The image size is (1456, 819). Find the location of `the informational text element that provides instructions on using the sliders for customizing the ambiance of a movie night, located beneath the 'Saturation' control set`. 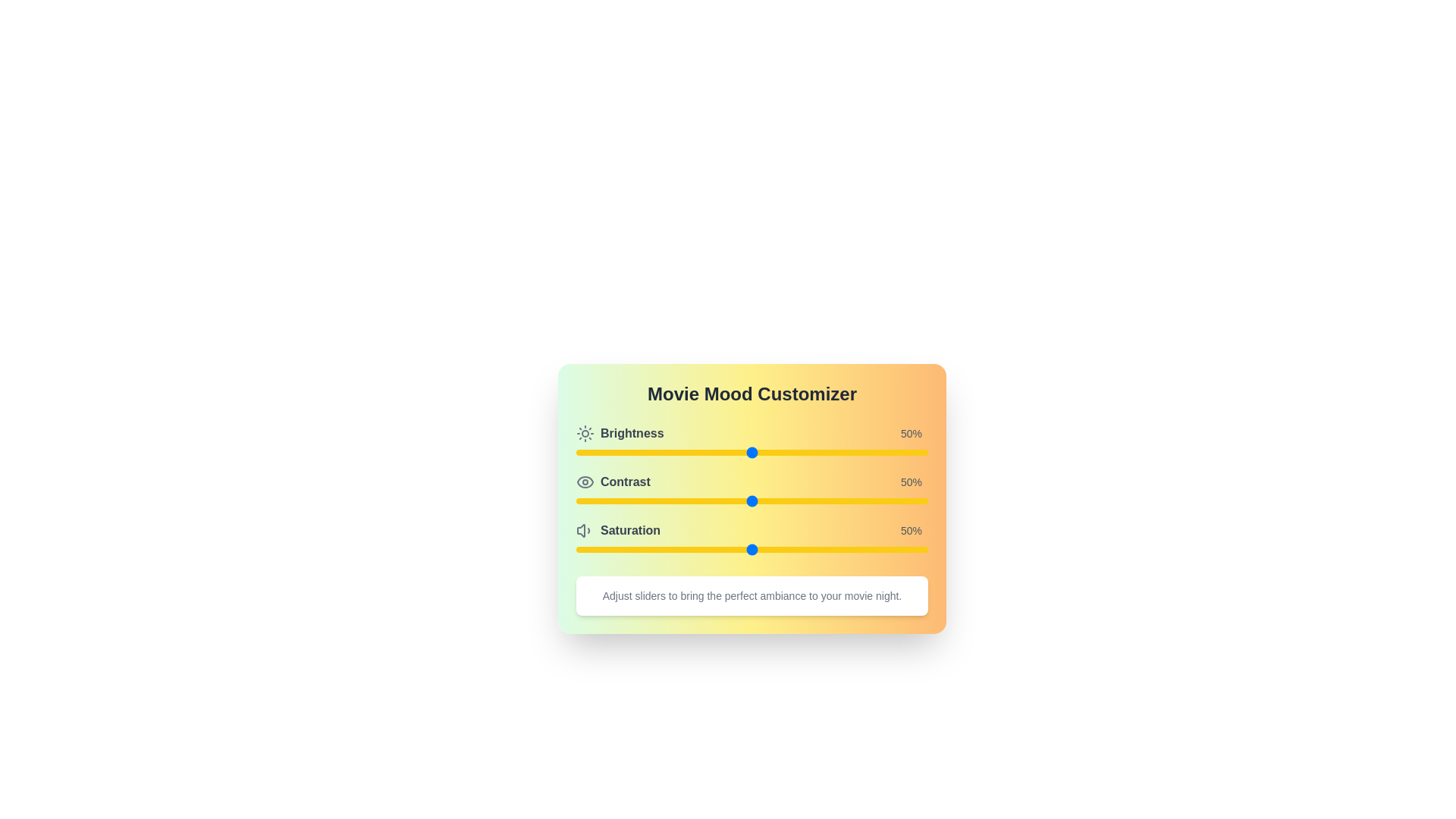

the informational text element that provides instructions on using the sliders for customizing the ambiance of a movie night, located beneath the 'Saturation' control set is located at coordinates (752, 595).